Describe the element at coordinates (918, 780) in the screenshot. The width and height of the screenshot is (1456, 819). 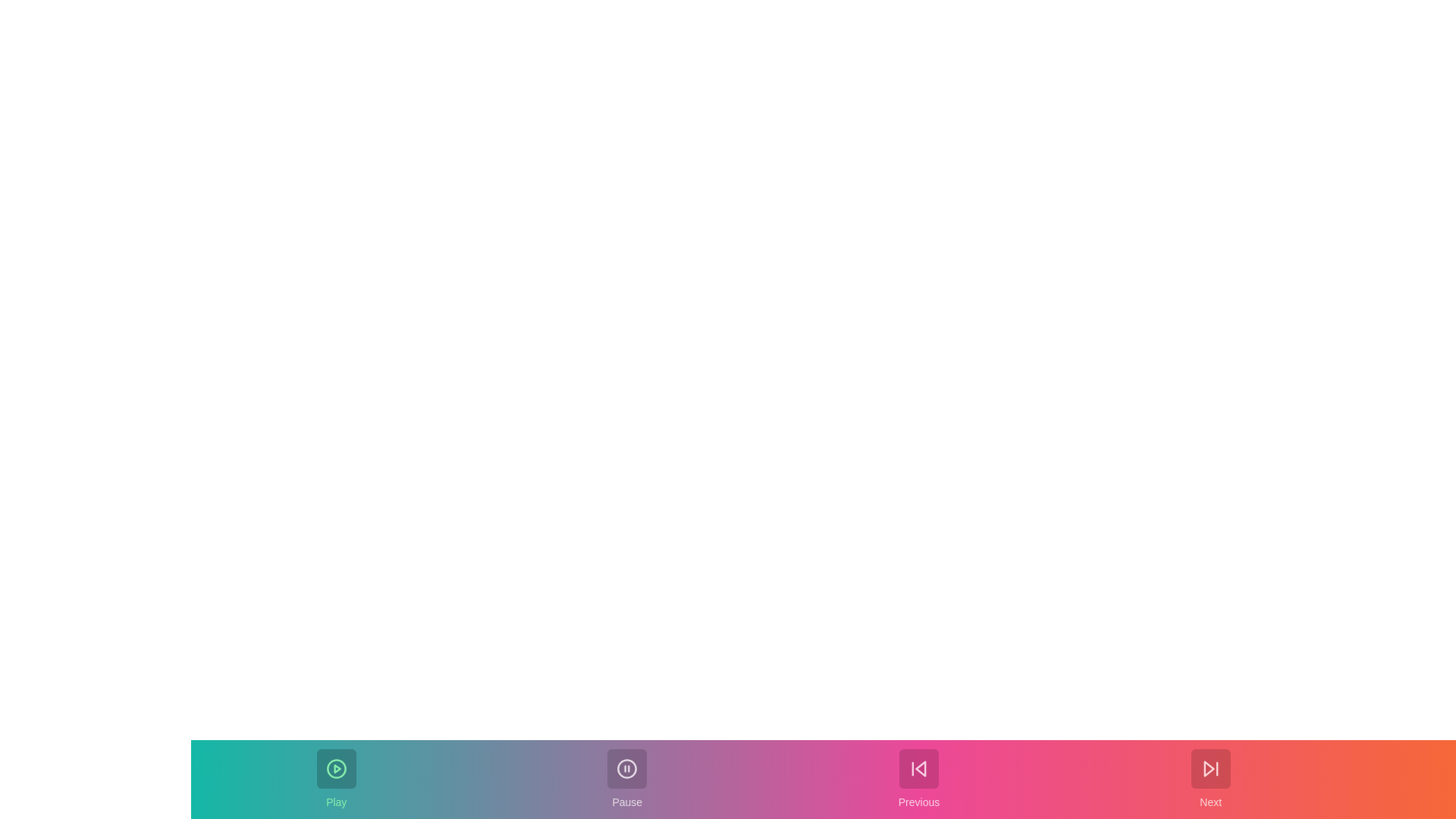
I see `the 'Previous' button to go to the previous track` at that location.